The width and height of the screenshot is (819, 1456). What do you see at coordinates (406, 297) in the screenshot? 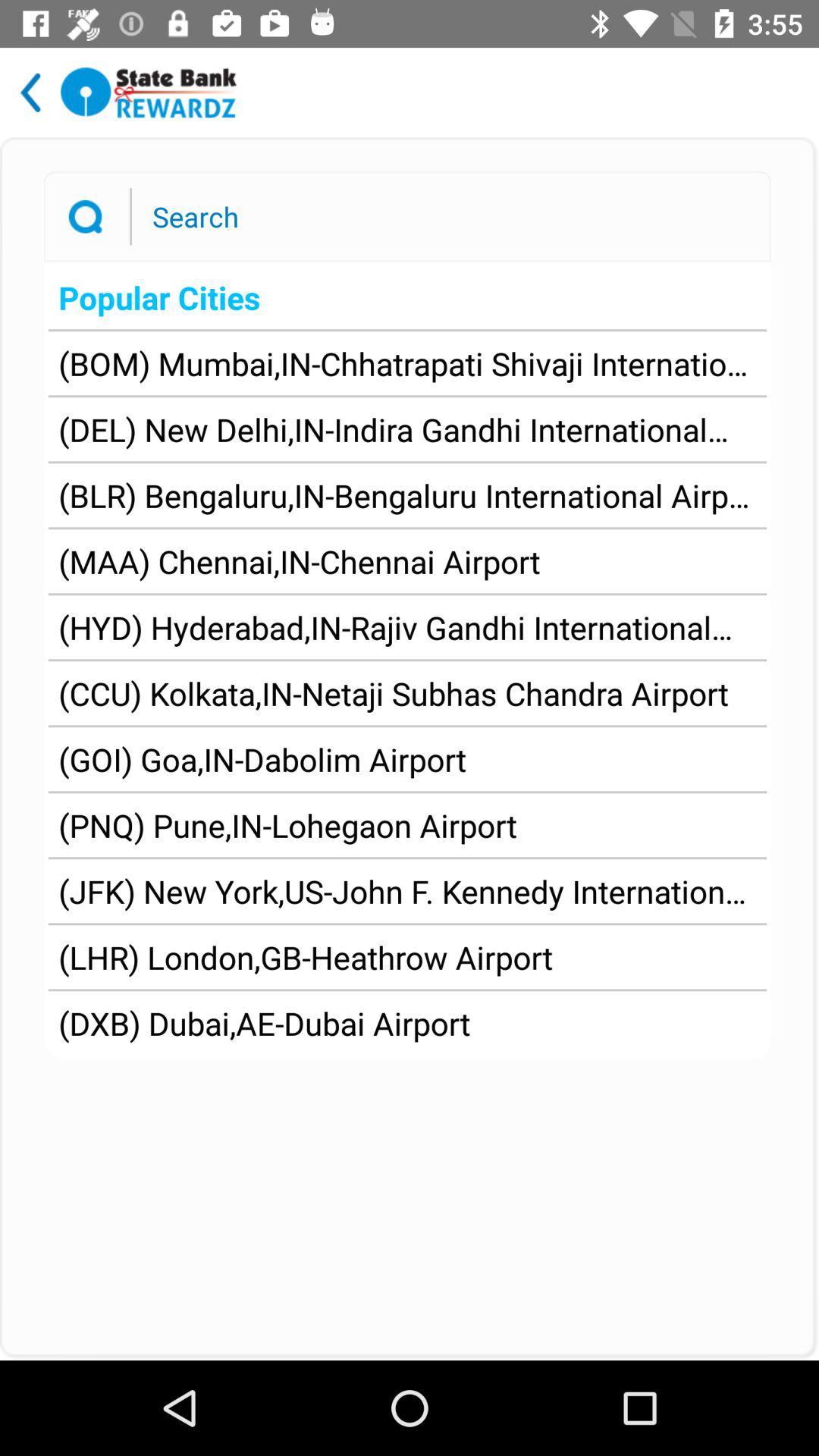
I see `icon above bom mumbai in app` at bounding box center [406, 297].